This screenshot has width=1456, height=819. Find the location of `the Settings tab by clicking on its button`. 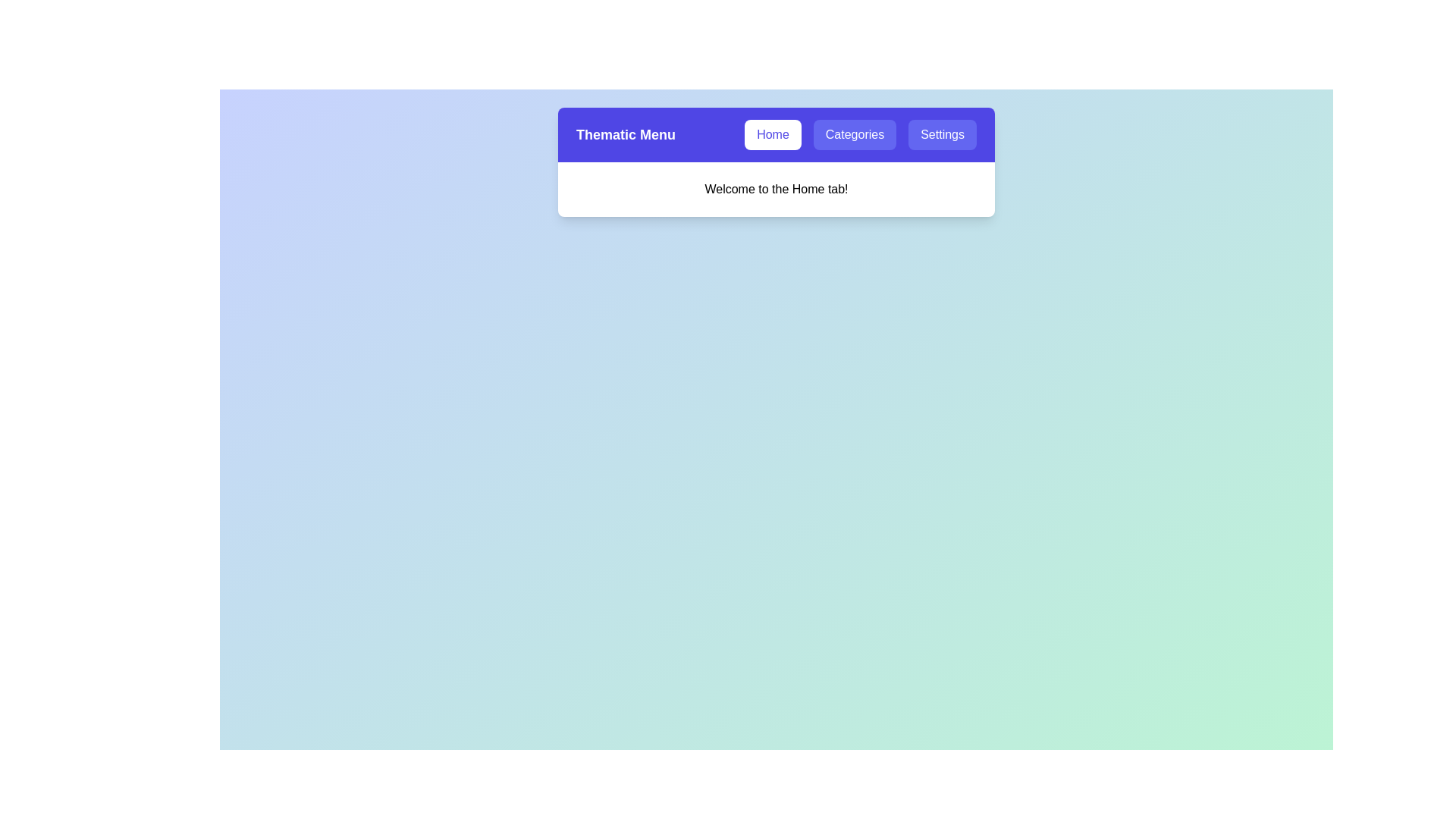

the Settings tab by clicking on its button is located at coordinates (942, 133).